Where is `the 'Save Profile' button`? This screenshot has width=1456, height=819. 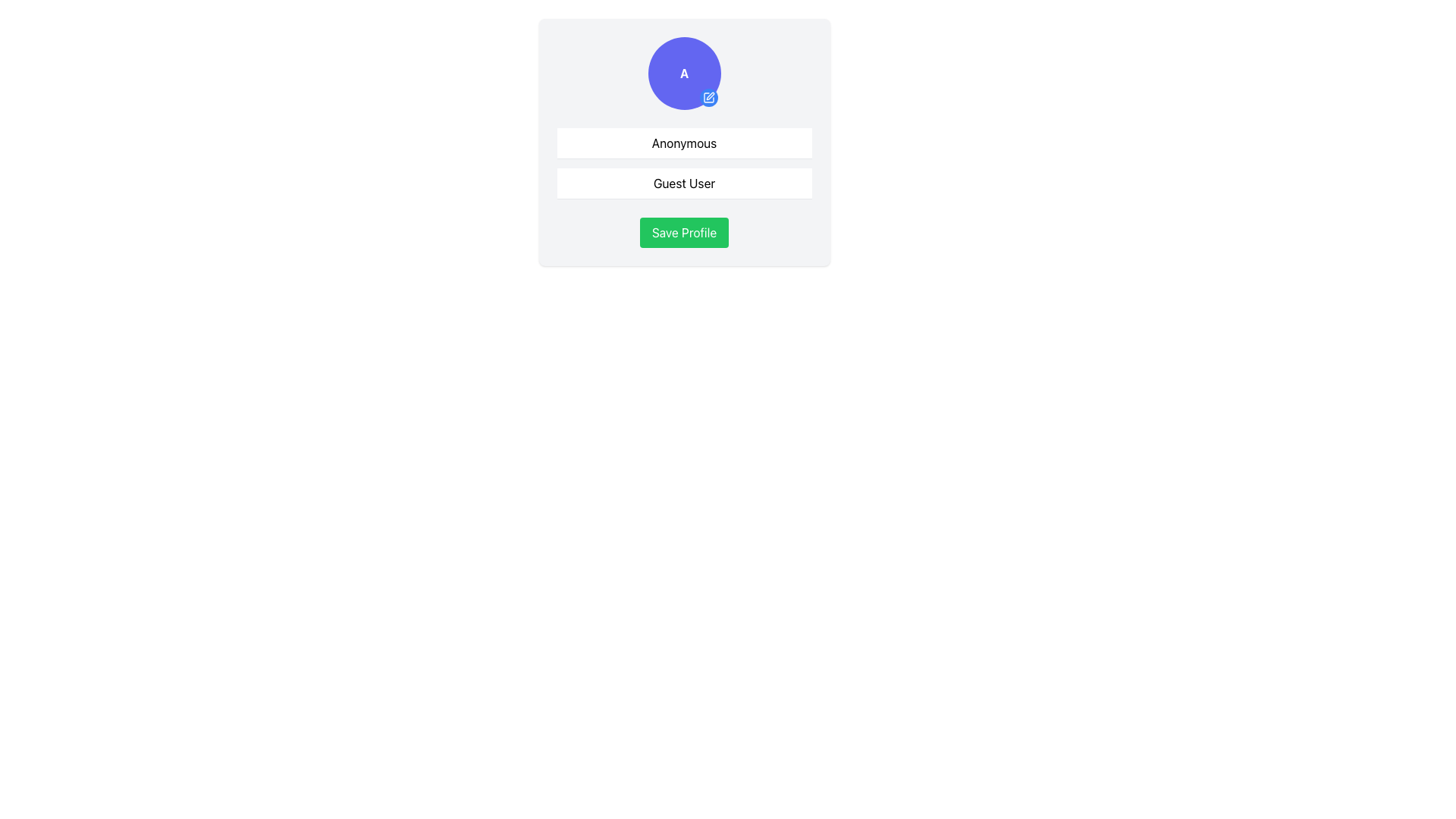 the 'Save Profile' button is located at coordinates (683, 233).